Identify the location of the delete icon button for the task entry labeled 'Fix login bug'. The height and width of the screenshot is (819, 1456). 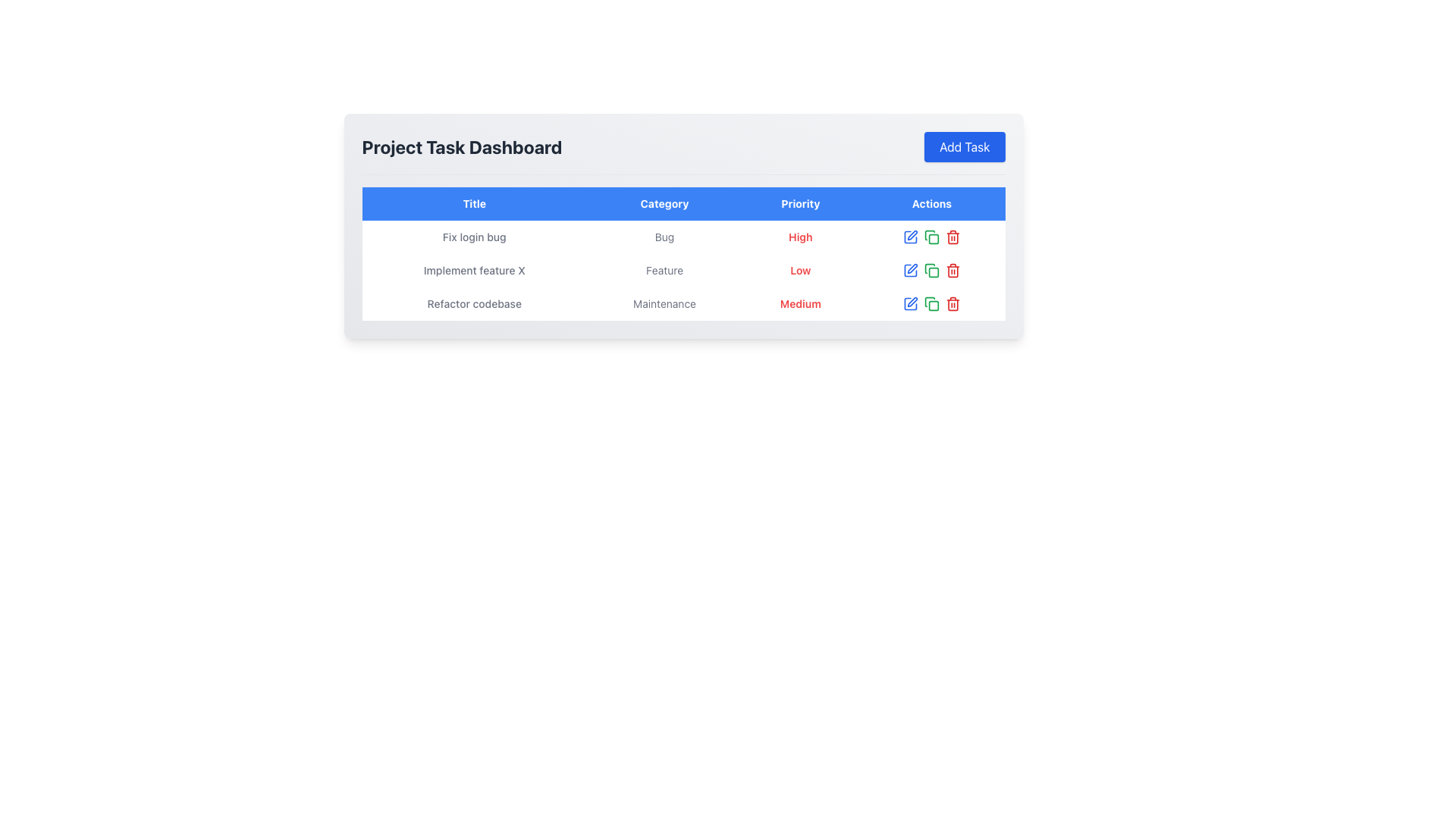
(952, 237).